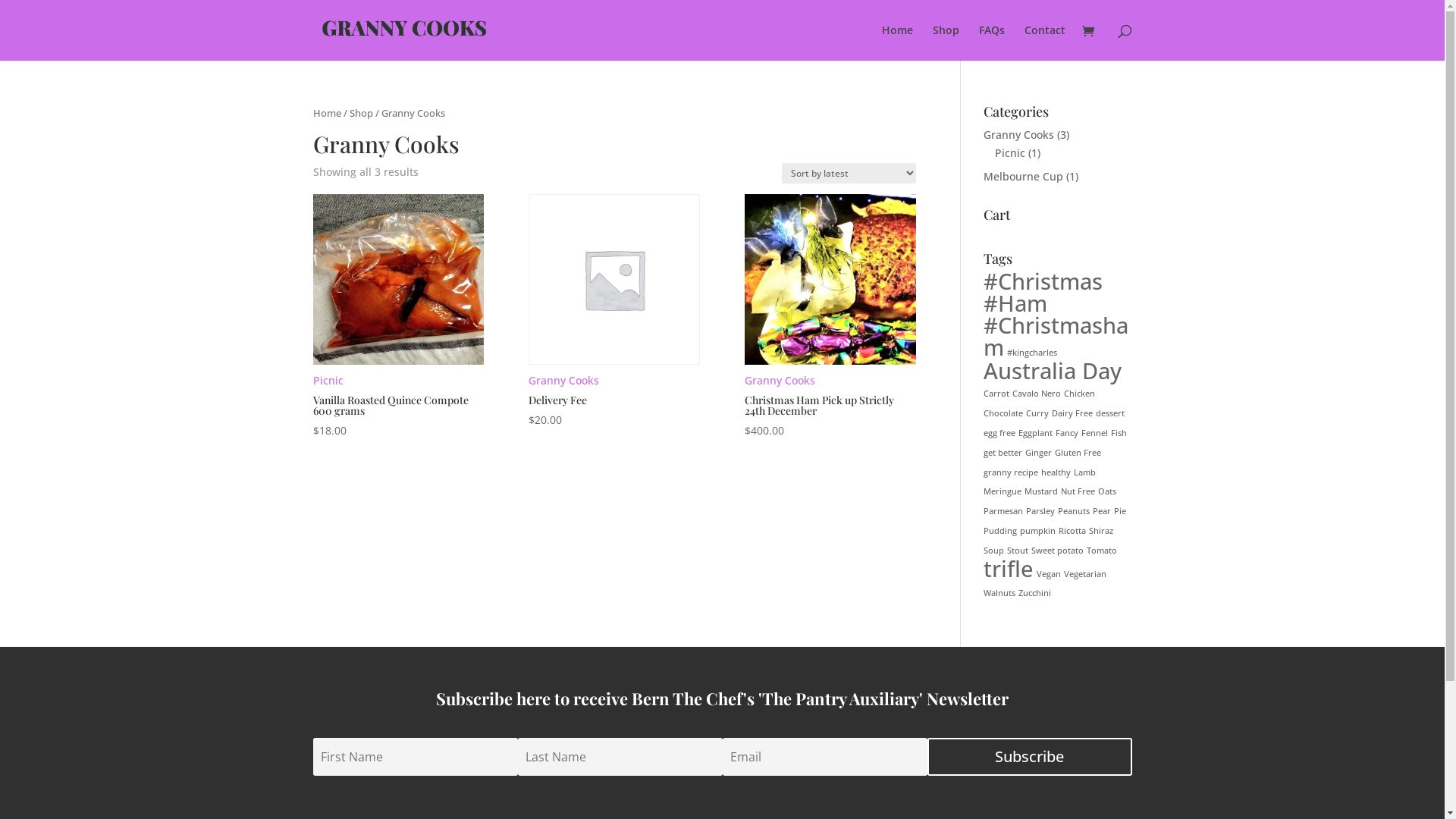  What do you see at coordinates (1003, 511) in the screenshot?
I see `'Parmesan'` at bounding box center [1003, 511].